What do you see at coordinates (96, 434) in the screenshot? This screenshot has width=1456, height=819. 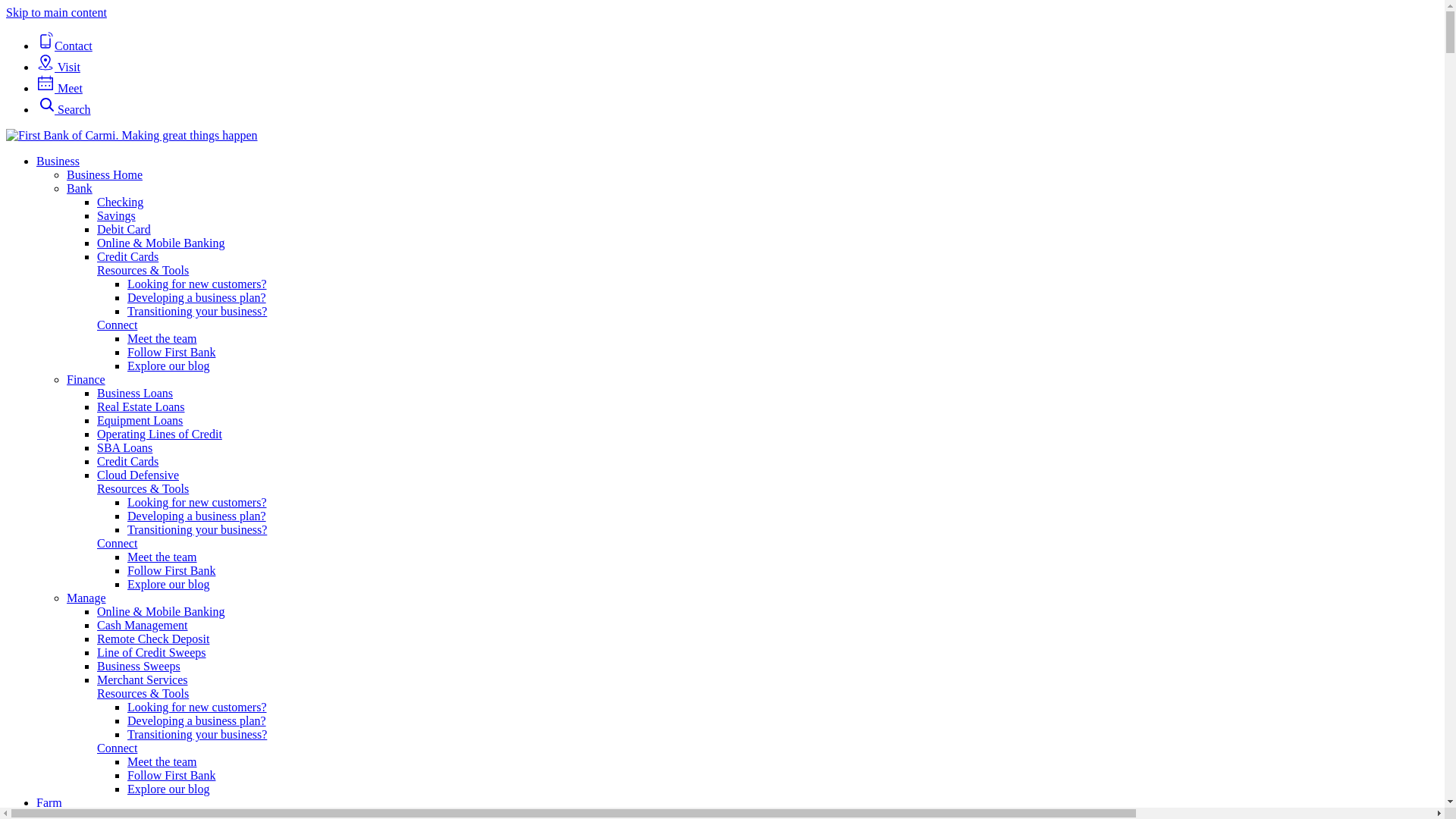 I see `'Operating Lines of Credit'` at bounding box center [96, 434].